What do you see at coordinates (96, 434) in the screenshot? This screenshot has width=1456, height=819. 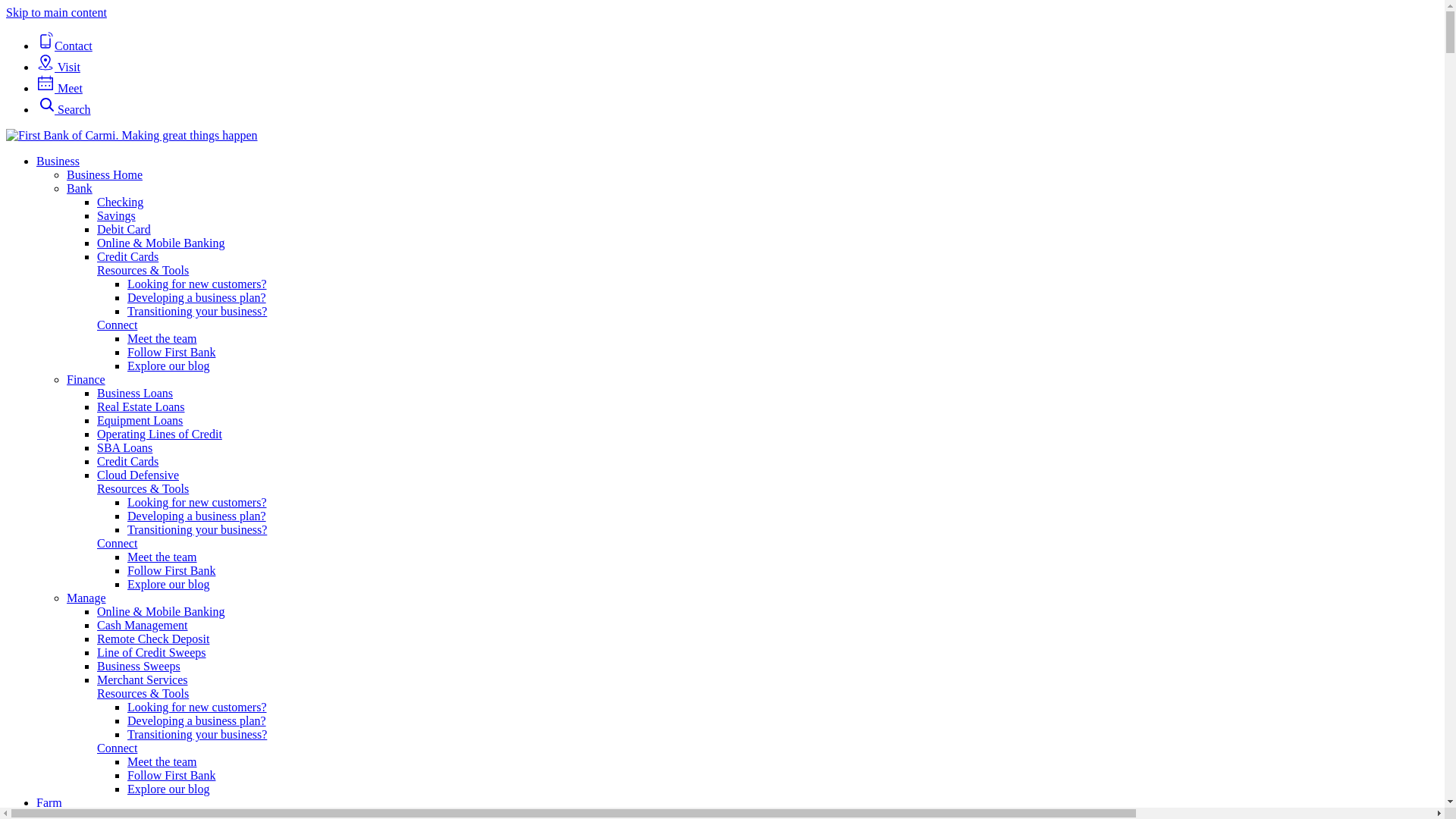 I see `'Operating Lines of Credit'` at bounding box center [96, 434].